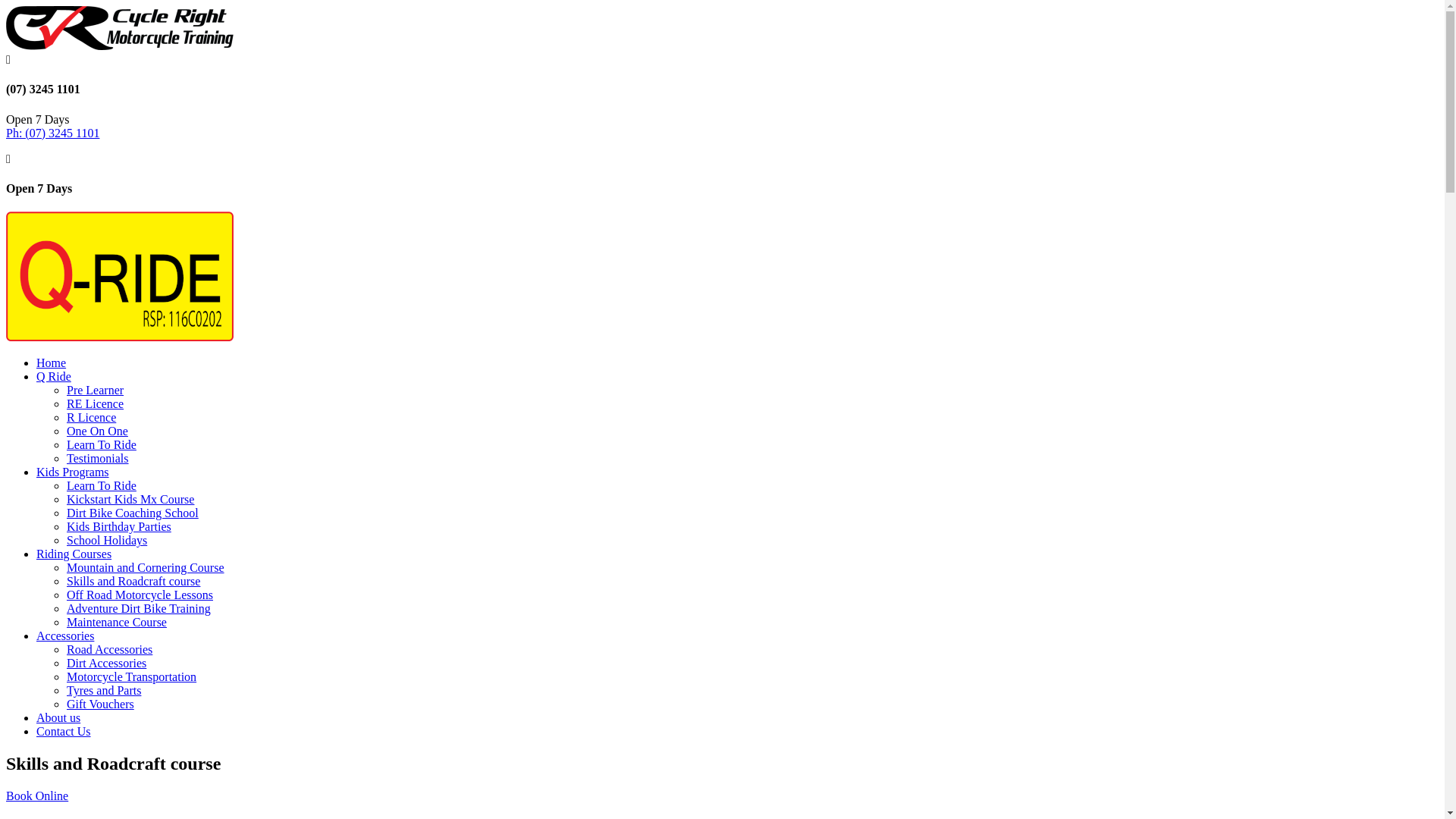 Image resolution: width=1456 pixels, height=819 pixels. What do you see at coordinates (36, 795) in the screenshot?
I see `'Book Online'` at bounding box center [36, 795].